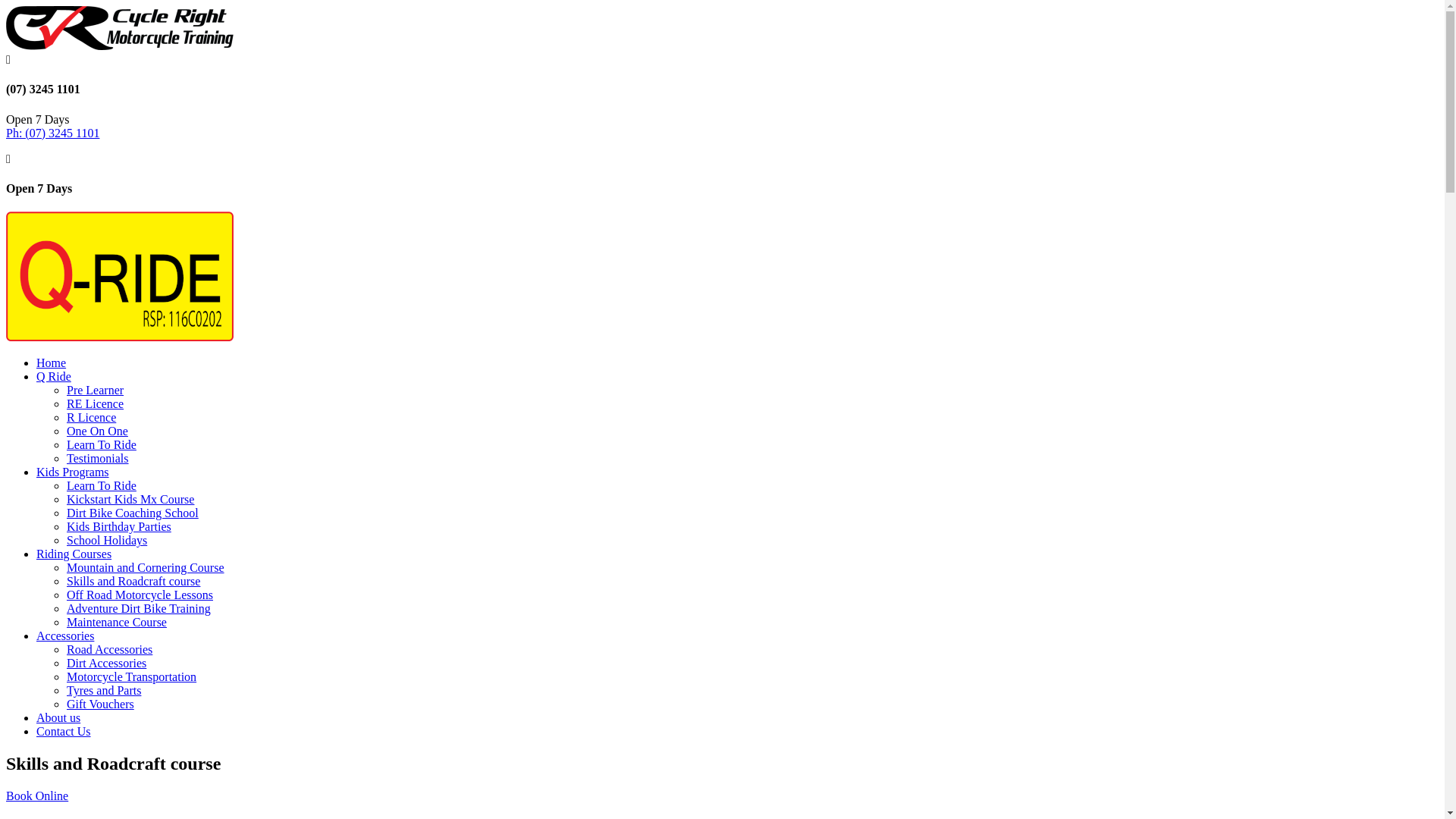 Image resolution: width=1456 pixels, height=819 pixels. What do you see at coordinates (36, 795) in the screenshot?
I see `'Book Online'` at bounding box center [36, 795].